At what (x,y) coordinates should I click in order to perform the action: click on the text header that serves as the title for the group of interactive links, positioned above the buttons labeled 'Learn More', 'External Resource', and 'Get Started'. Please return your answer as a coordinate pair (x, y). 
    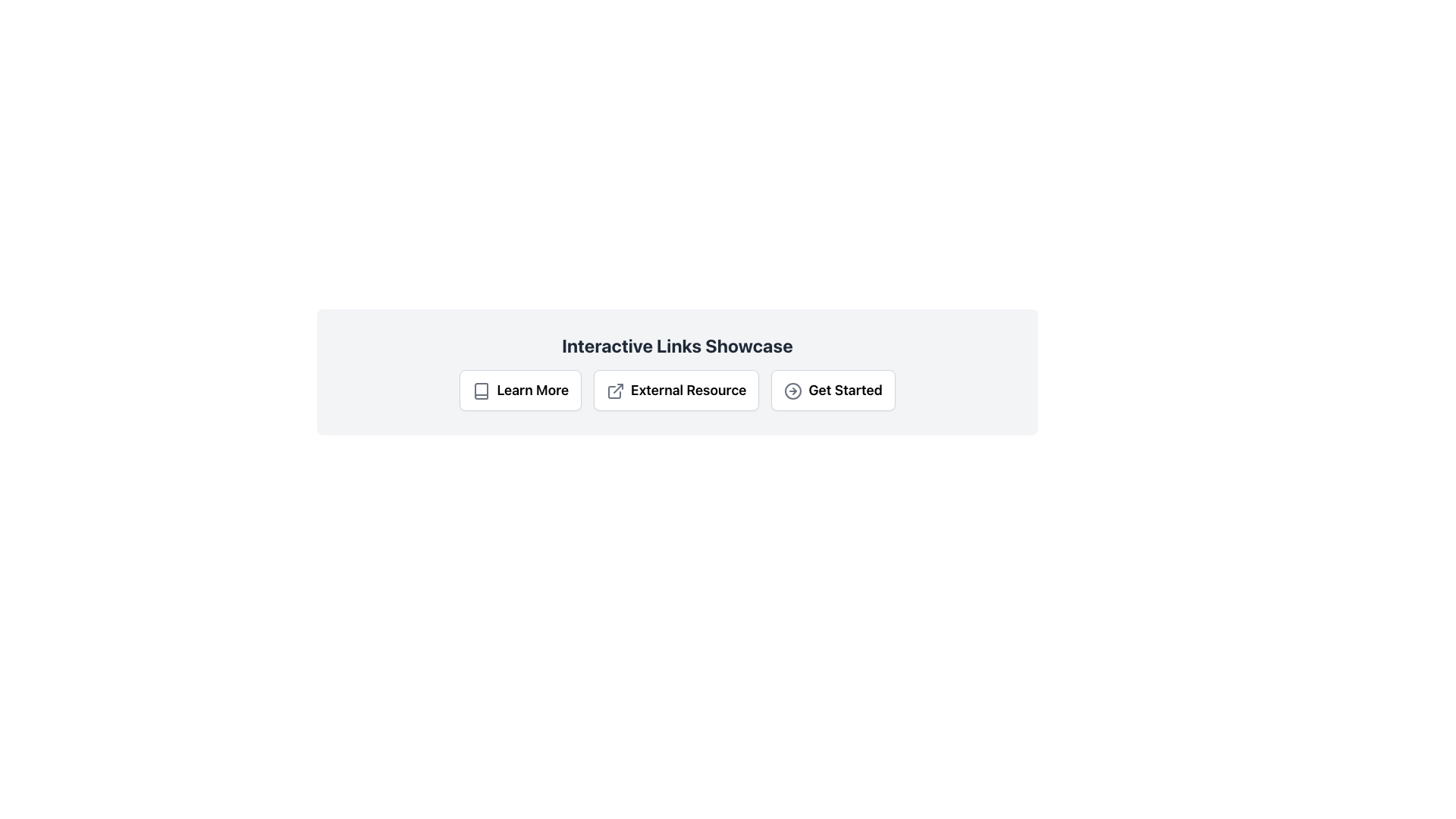
    Looking at the image, I should click on (676, 345).